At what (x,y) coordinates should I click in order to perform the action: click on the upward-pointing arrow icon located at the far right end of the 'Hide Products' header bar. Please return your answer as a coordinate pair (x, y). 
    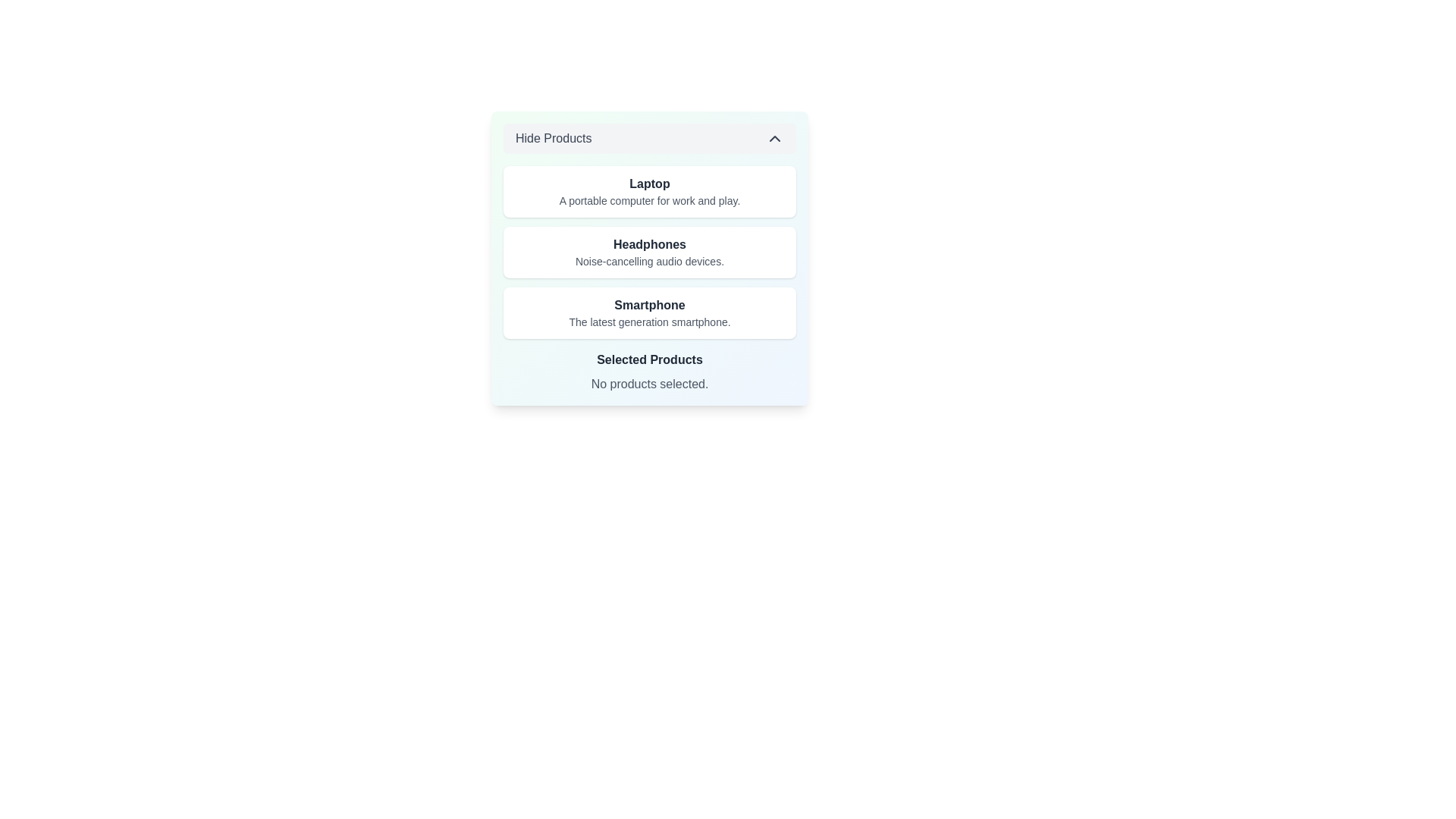
    Looking at the image, I should click on (775, 138).